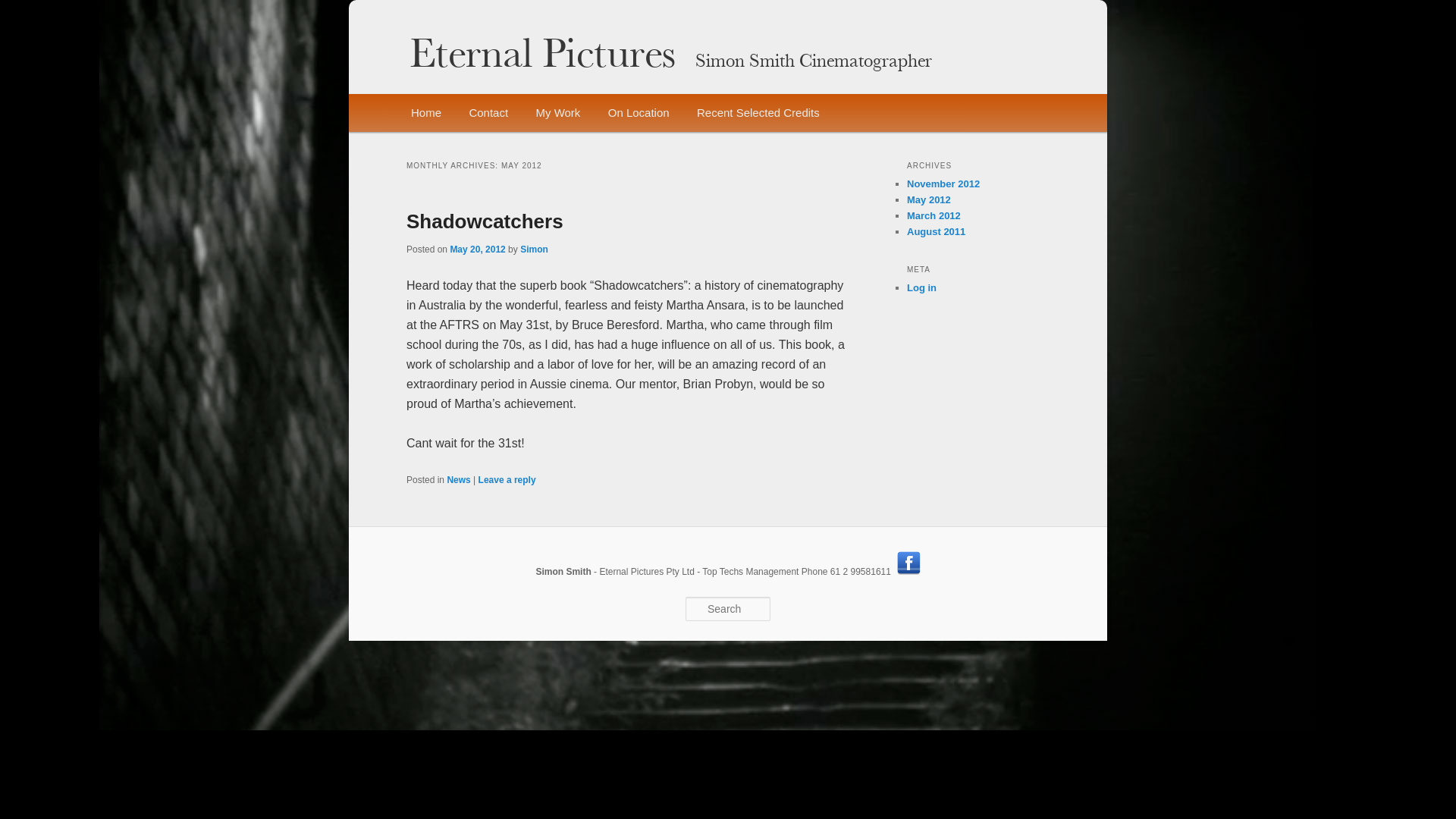 This screenshot has width=1456, height=819. What do you see at coordinates (935, 231) in the screenshot?
I see `'August 2011'` at bounding box center [935, 231].